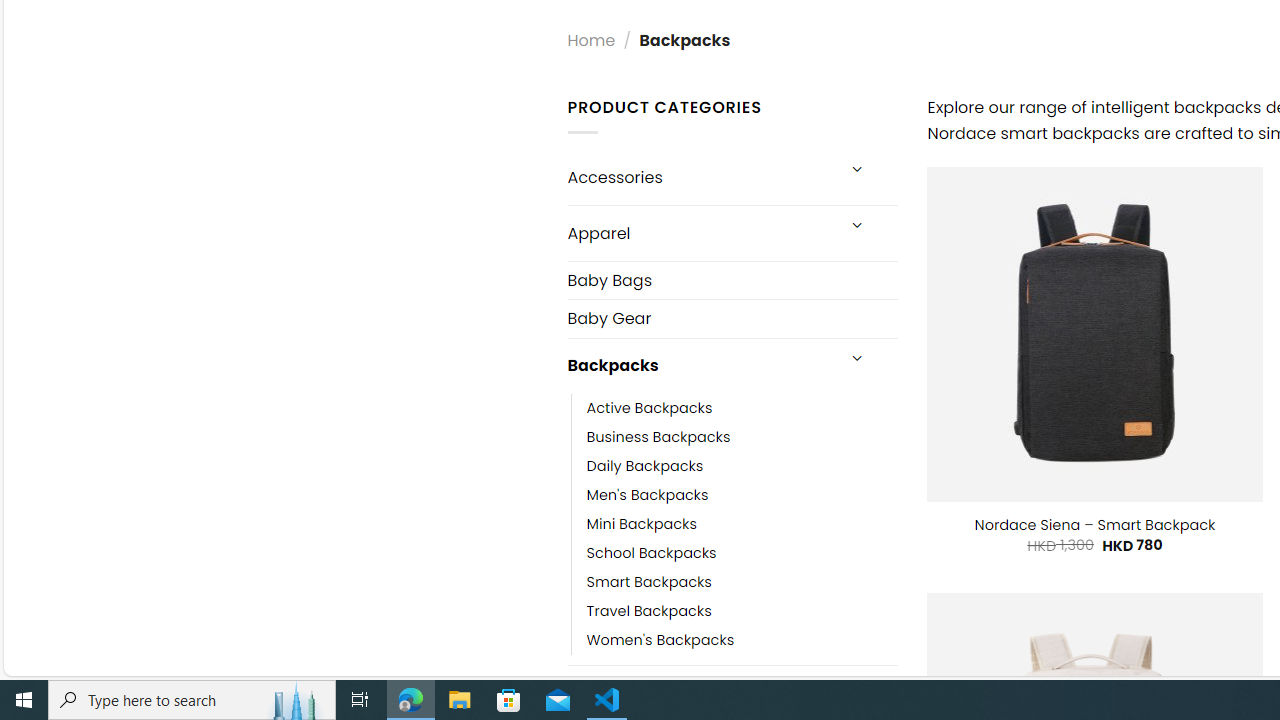 The image size is (1280, 720). What do you see at coordinates (700, 176) in the screenshot?
I see `'Accessories'` at bounding box center [700, 176].